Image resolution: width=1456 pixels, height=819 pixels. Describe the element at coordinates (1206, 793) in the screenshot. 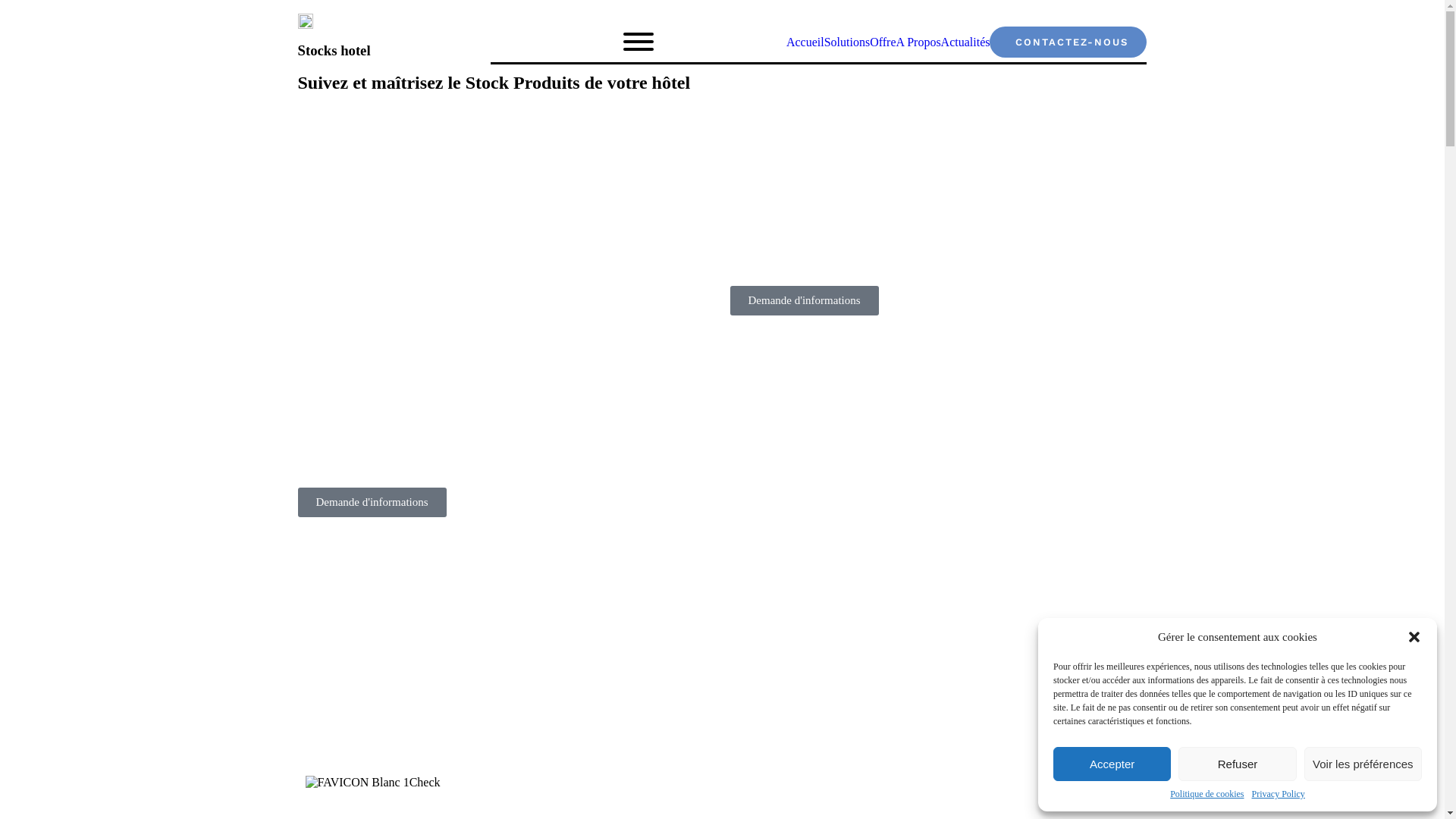

I see `'Politique de cookies'` at that location.